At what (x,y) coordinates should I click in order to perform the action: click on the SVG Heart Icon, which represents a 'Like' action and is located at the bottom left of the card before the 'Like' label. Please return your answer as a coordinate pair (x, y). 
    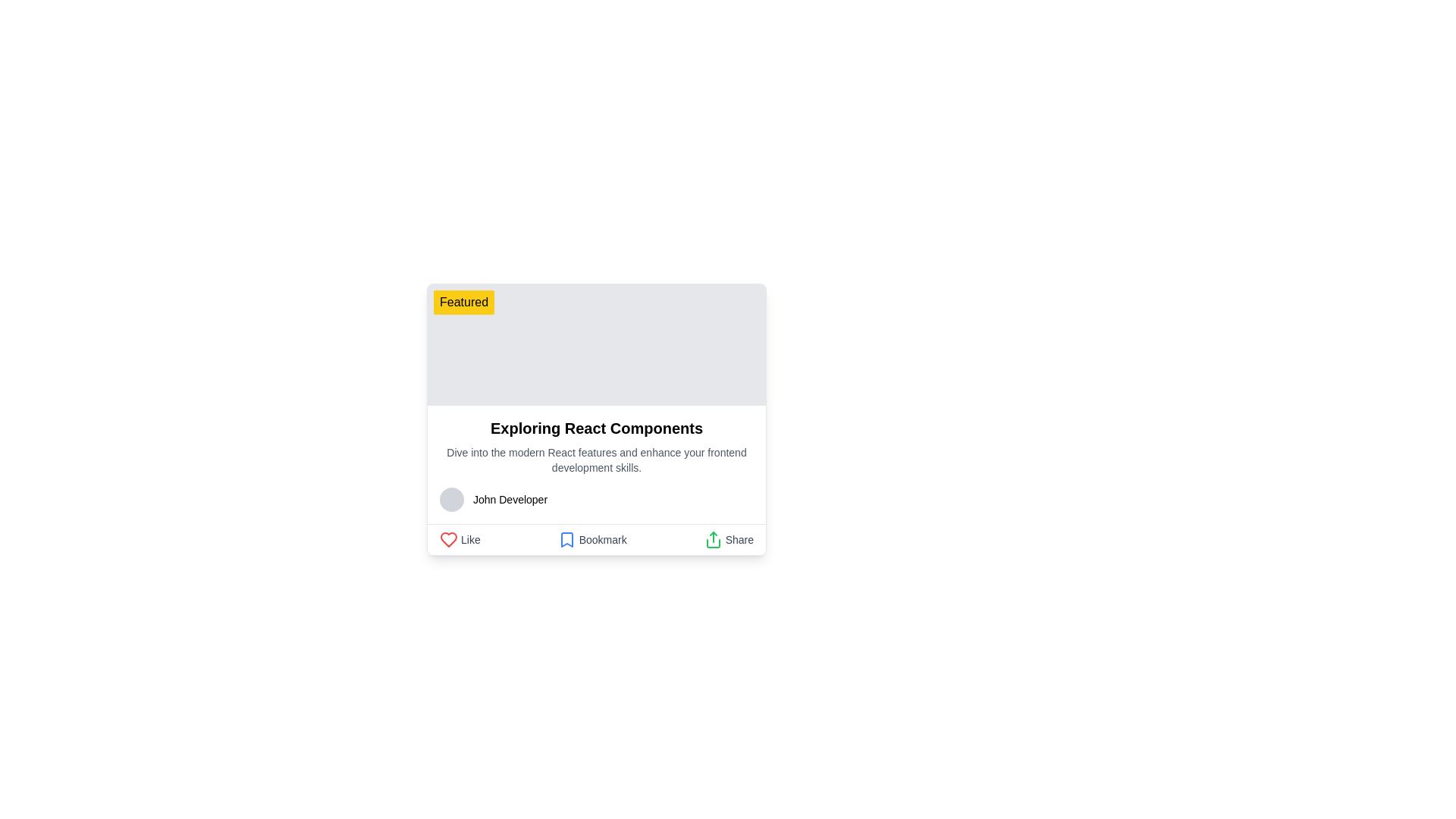
    Looking at the image, I should click on (447, 539).